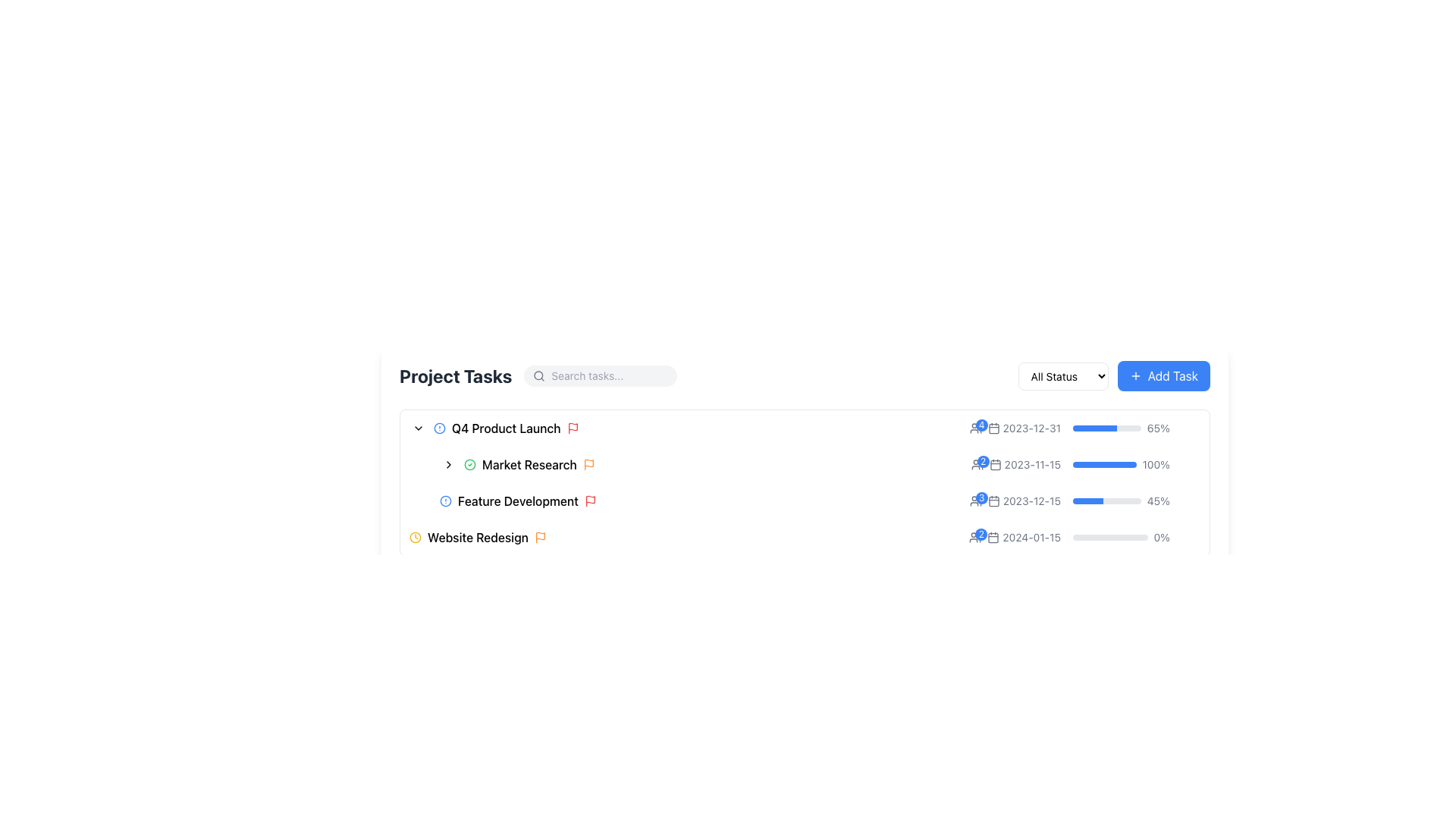 This screenshot has width=1456, height=819. What do you see at coordinates (419, 428) in the screenshot?
I see `the downward-pointing chevron icon located to the right of the 'Q4 Product Launch' task label` at bounding box center [419, 428].